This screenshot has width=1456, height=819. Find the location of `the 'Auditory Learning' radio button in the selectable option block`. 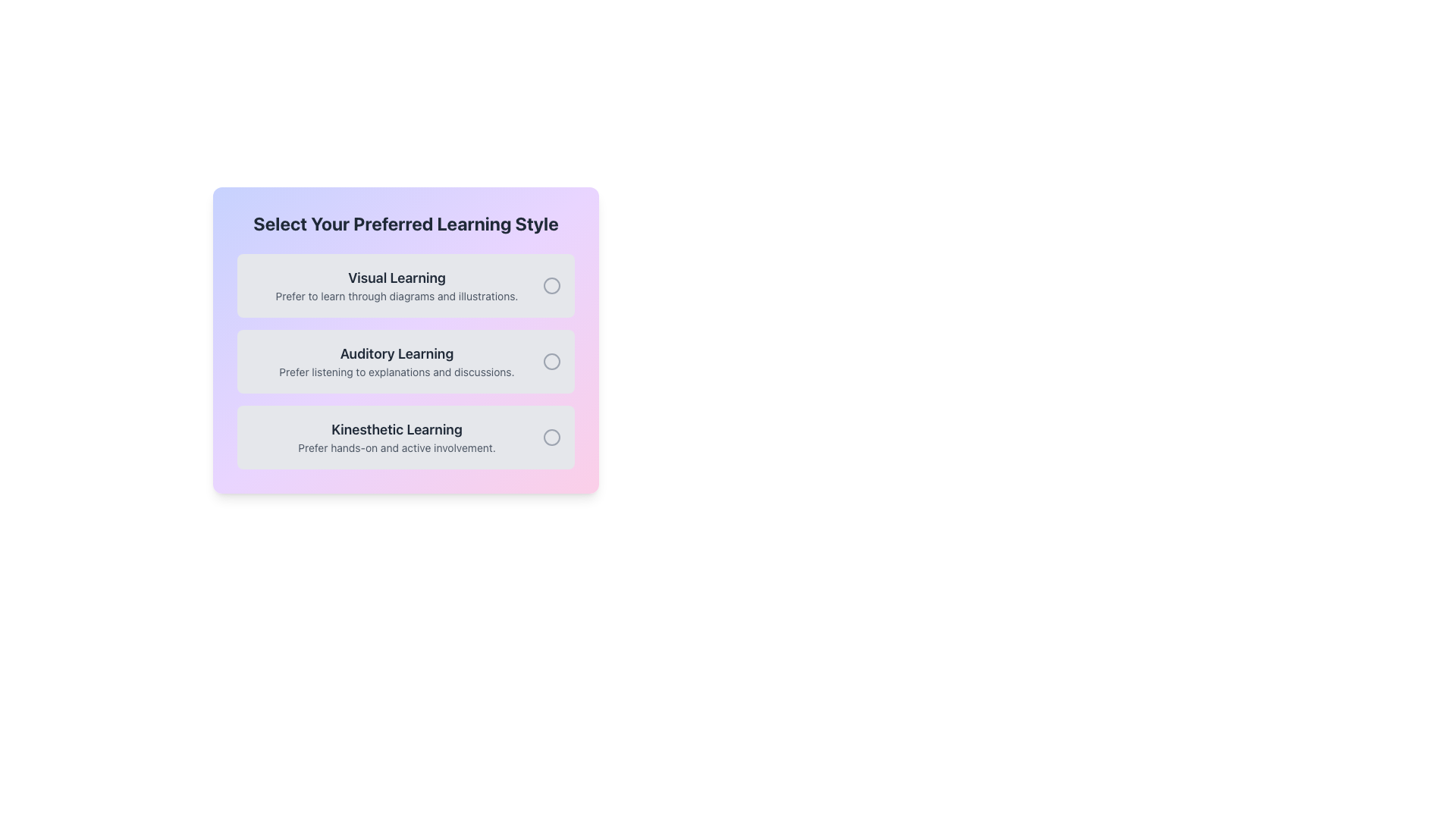

the 'Auditory Learning' radio button in the selectable option block is located at coordinates (406, 362).